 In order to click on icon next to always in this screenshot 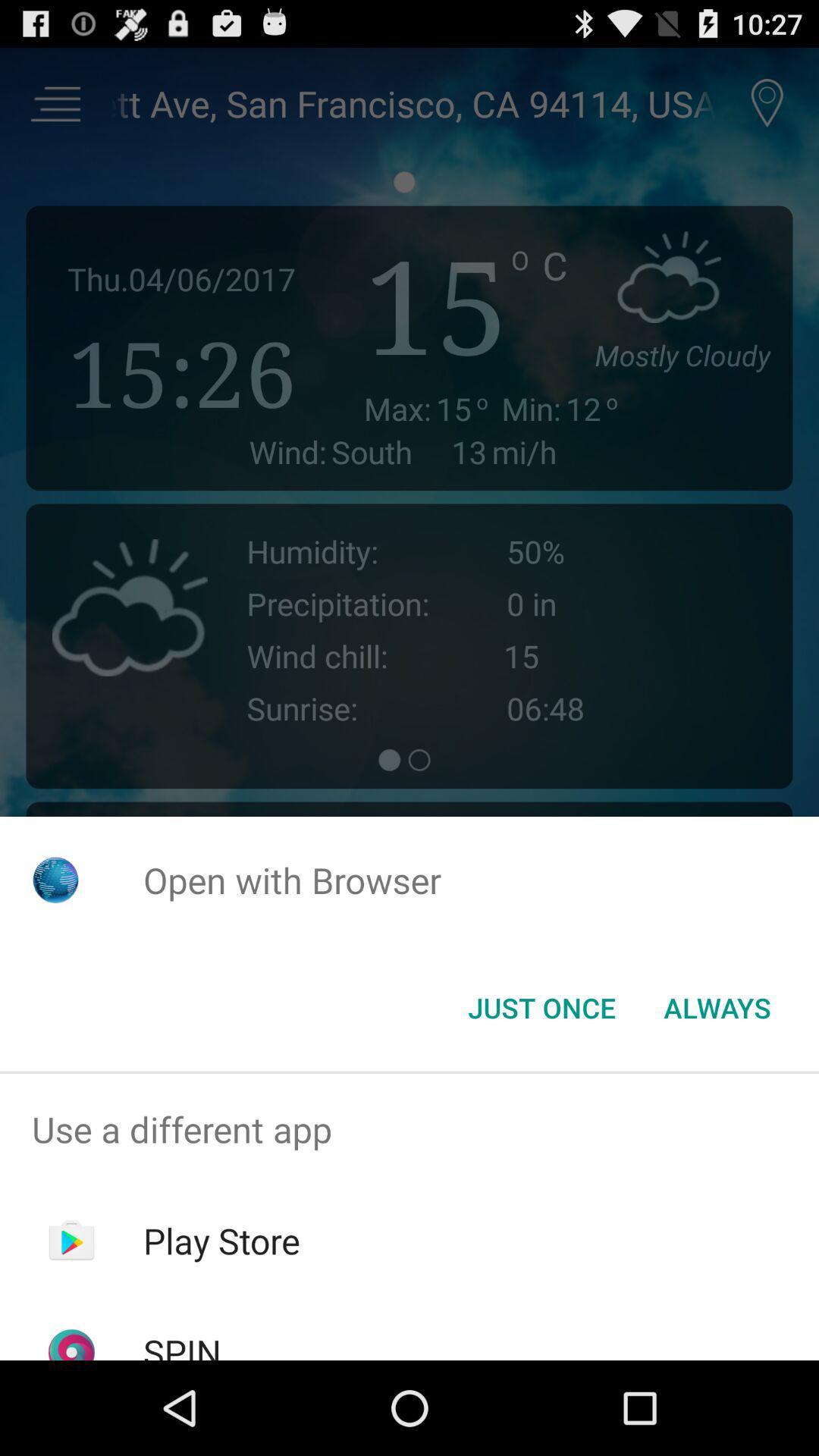, I will do `click(541, 1008)`.